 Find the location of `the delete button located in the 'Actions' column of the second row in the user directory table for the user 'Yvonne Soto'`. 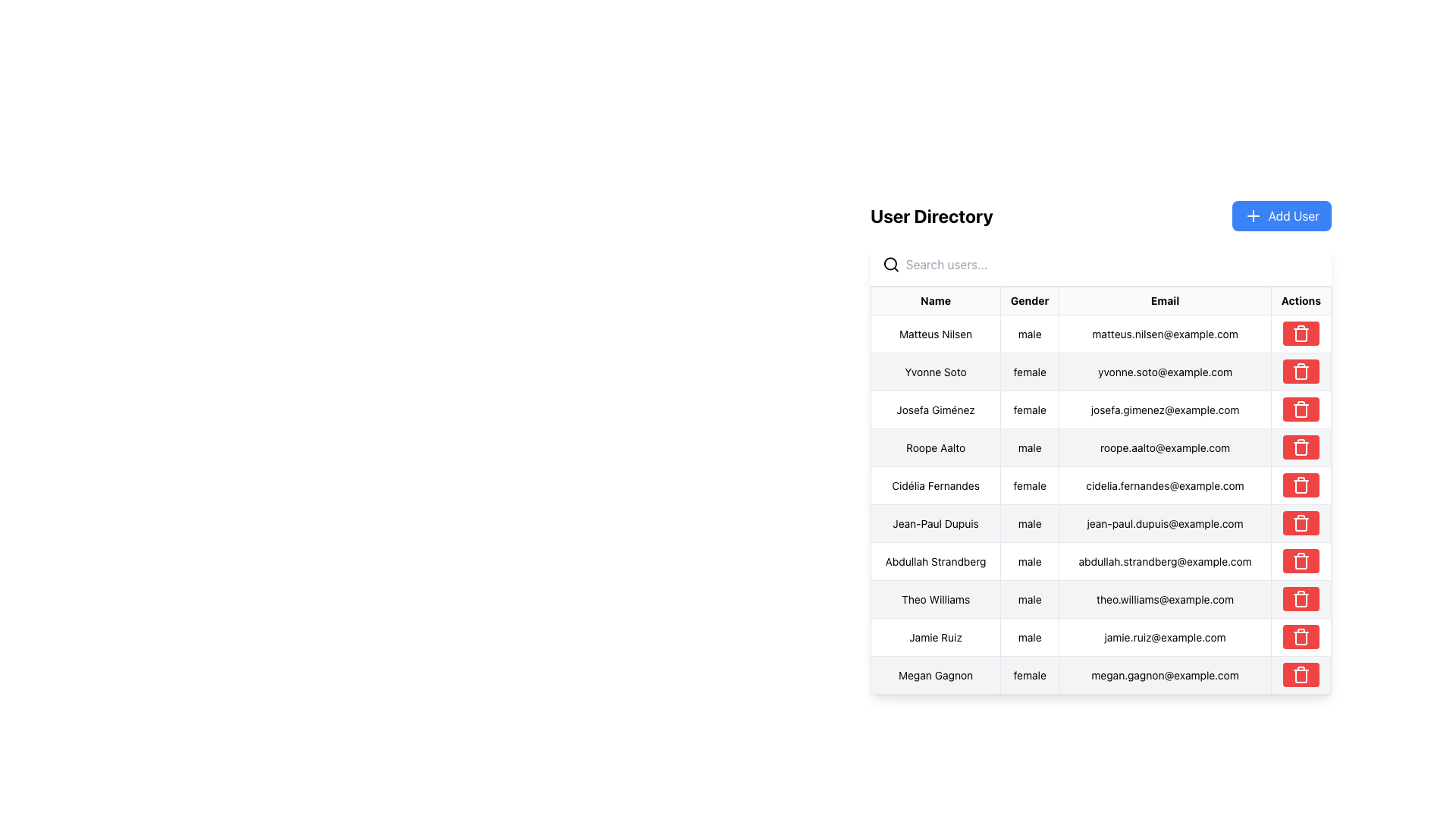

the delete button located in the 'Actions' column of the second row in the user directory table for the user 'Yvonne Soto' is located at coordinates (1300, 371).